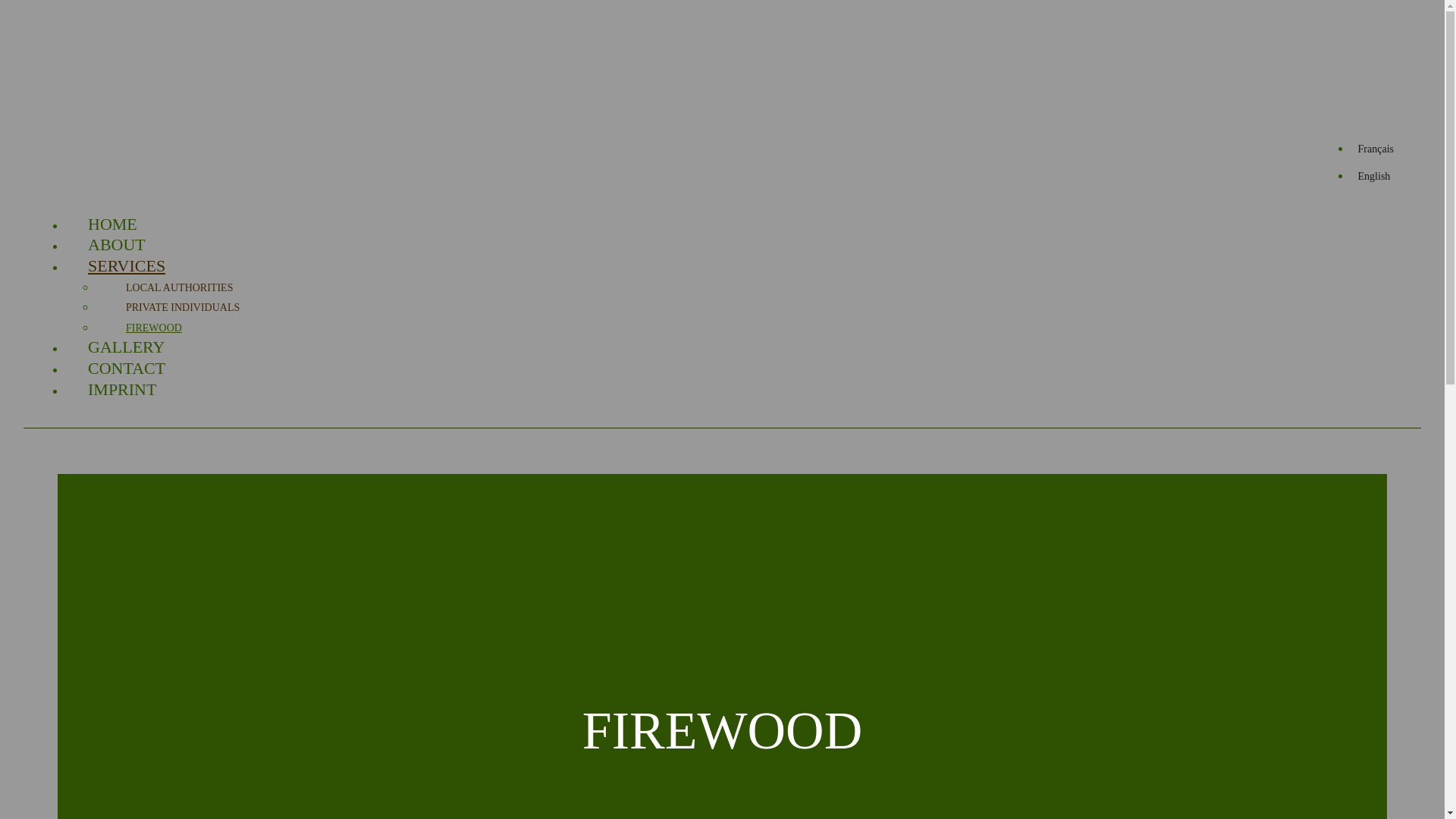 This screenshot has width=1456, height=819. I want to click on 'GALLERY', so click(126, 347).